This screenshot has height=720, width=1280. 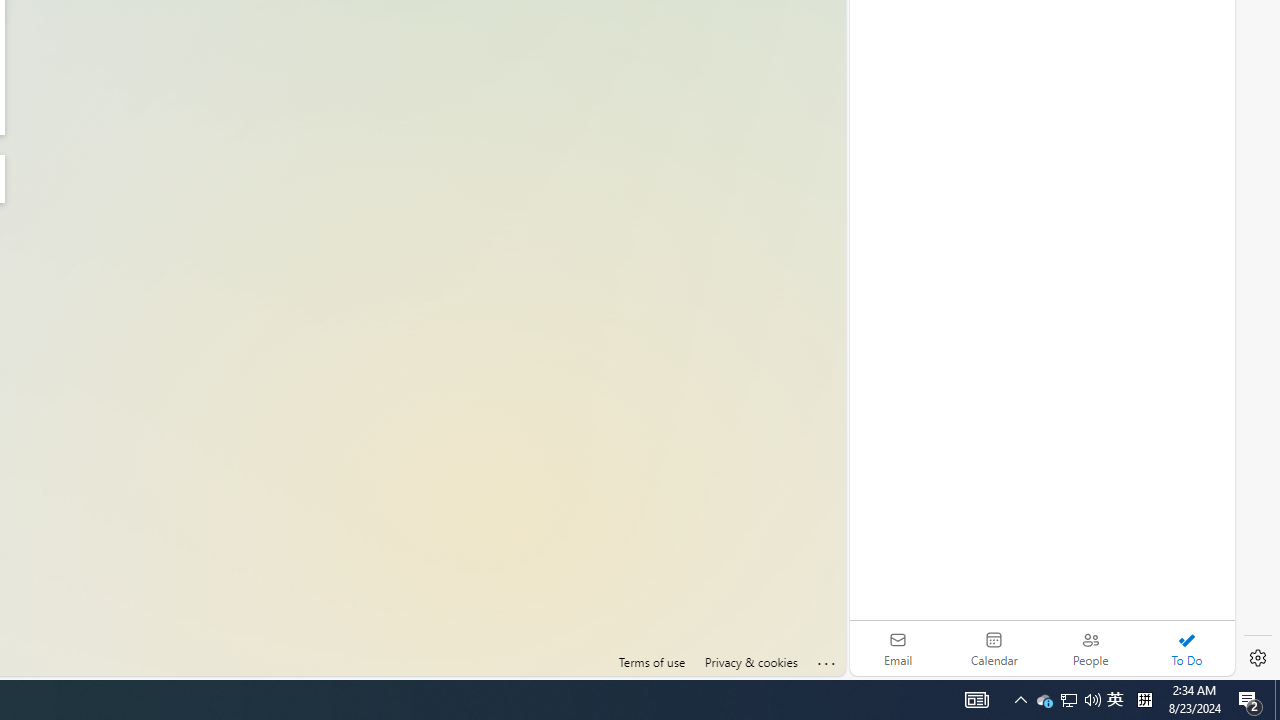 What do you see at coordinates (897, 648) in the screenshot?
I see `'Email'` at bounding box center [897, 648].